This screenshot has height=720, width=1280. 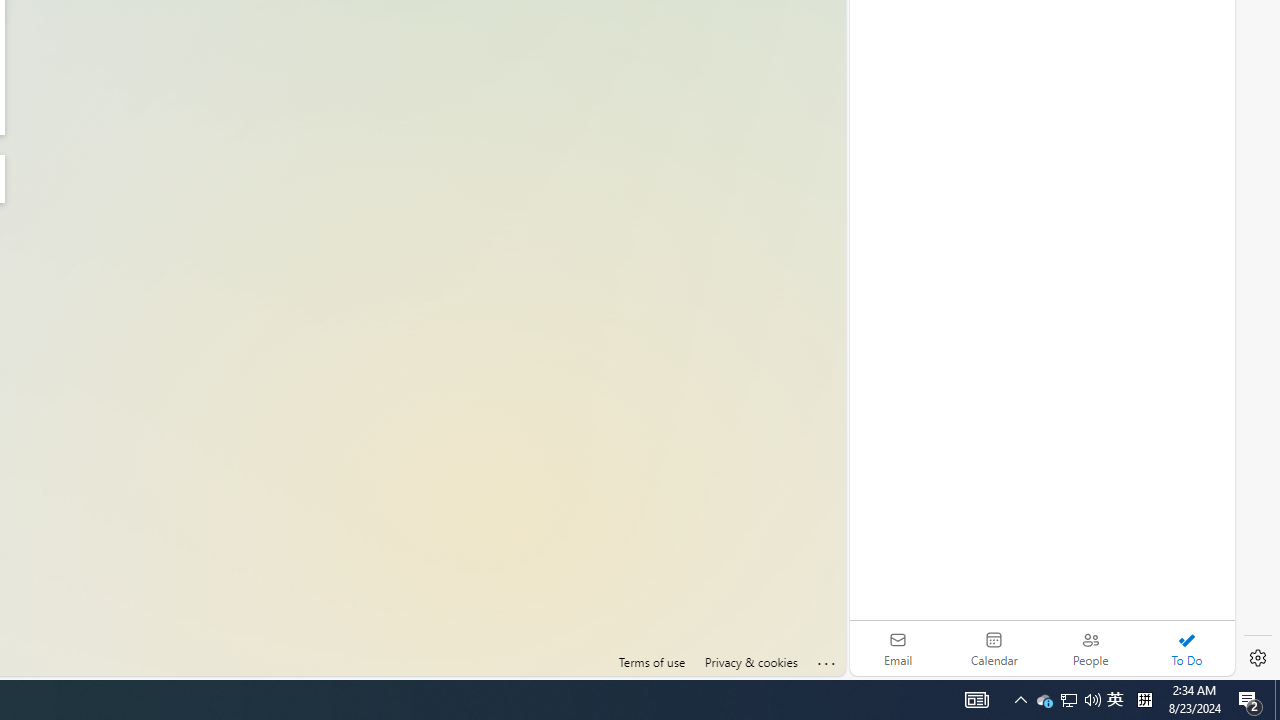 What do you see at coordinates (897, 648) in the screenshot?
I see `'Email'` at bounding box center [897, 648].